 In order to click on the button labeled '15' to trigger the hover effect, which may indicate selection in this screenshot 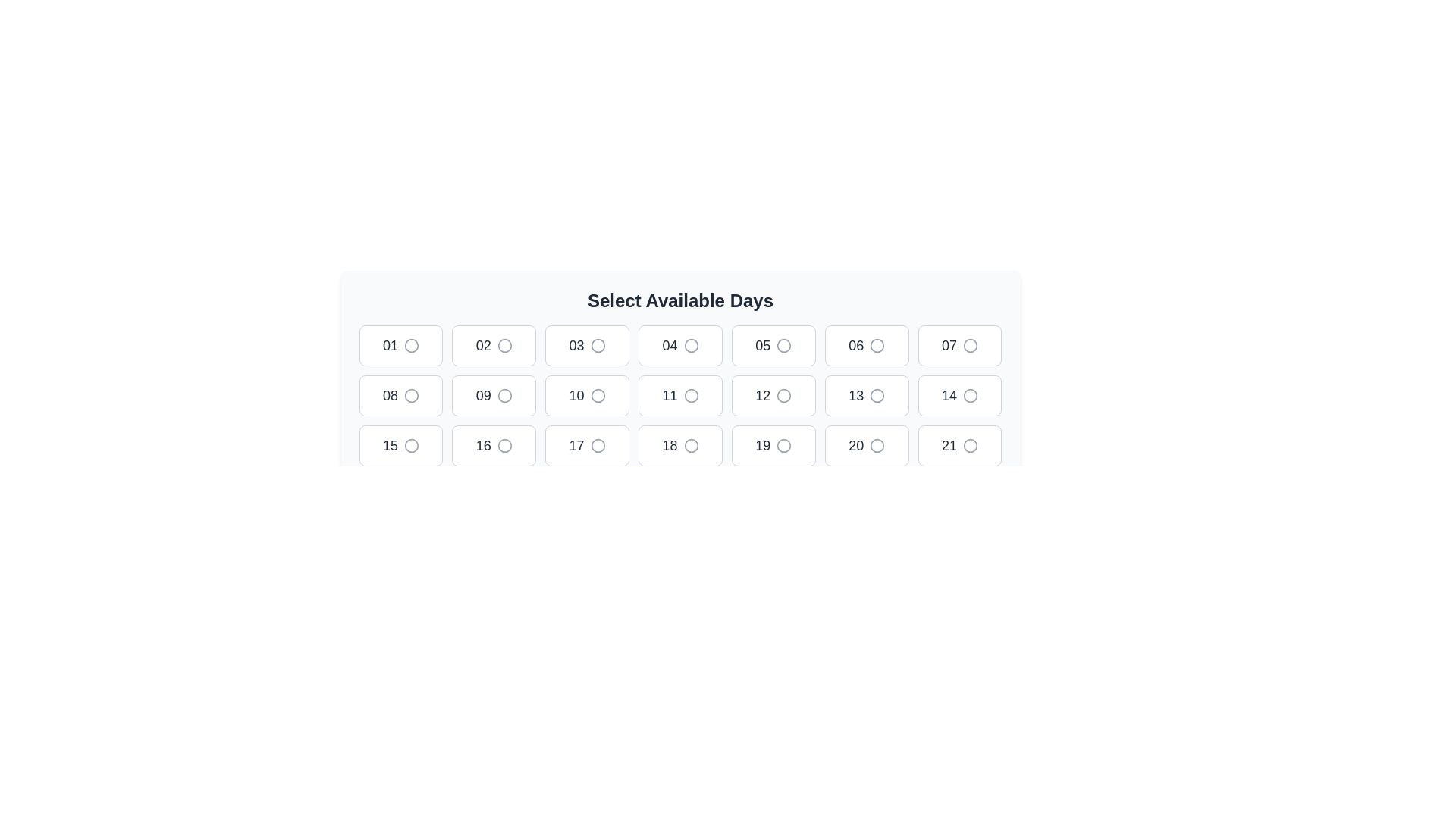, I will do `click(400, 444)`.